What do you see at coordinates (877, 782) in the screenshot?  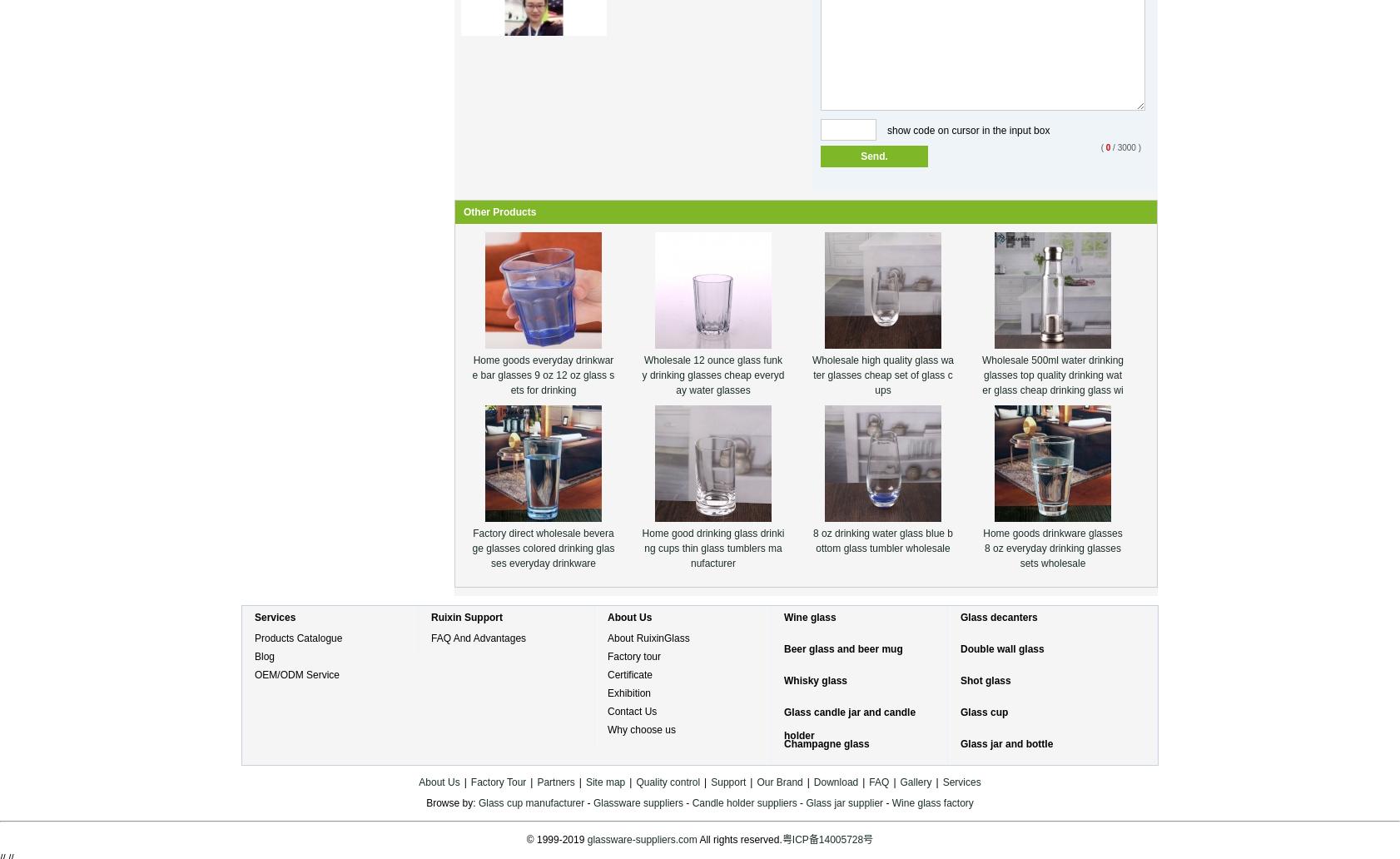 I see `'FAQ'` at bounding box center [877, 782].